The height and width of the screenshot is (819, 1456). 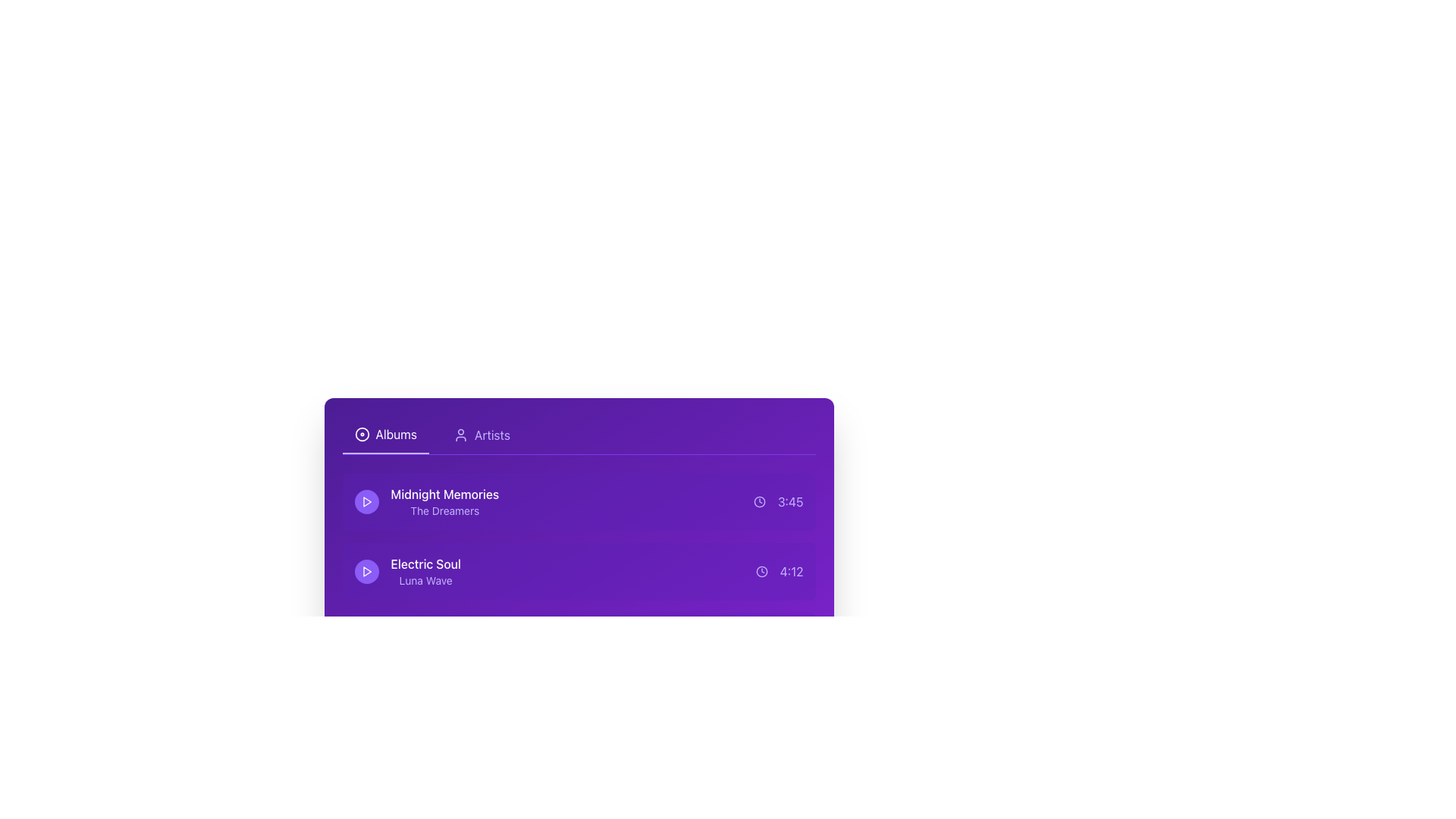 What do you see at coordinates (444, 494) in the screenshot?
I see `the text label displaying 'Midnight Memories', which is styled in white on a purple background and is part of the music track list, positioned above 'The Dreamers'` at bounding box center [444, 494].